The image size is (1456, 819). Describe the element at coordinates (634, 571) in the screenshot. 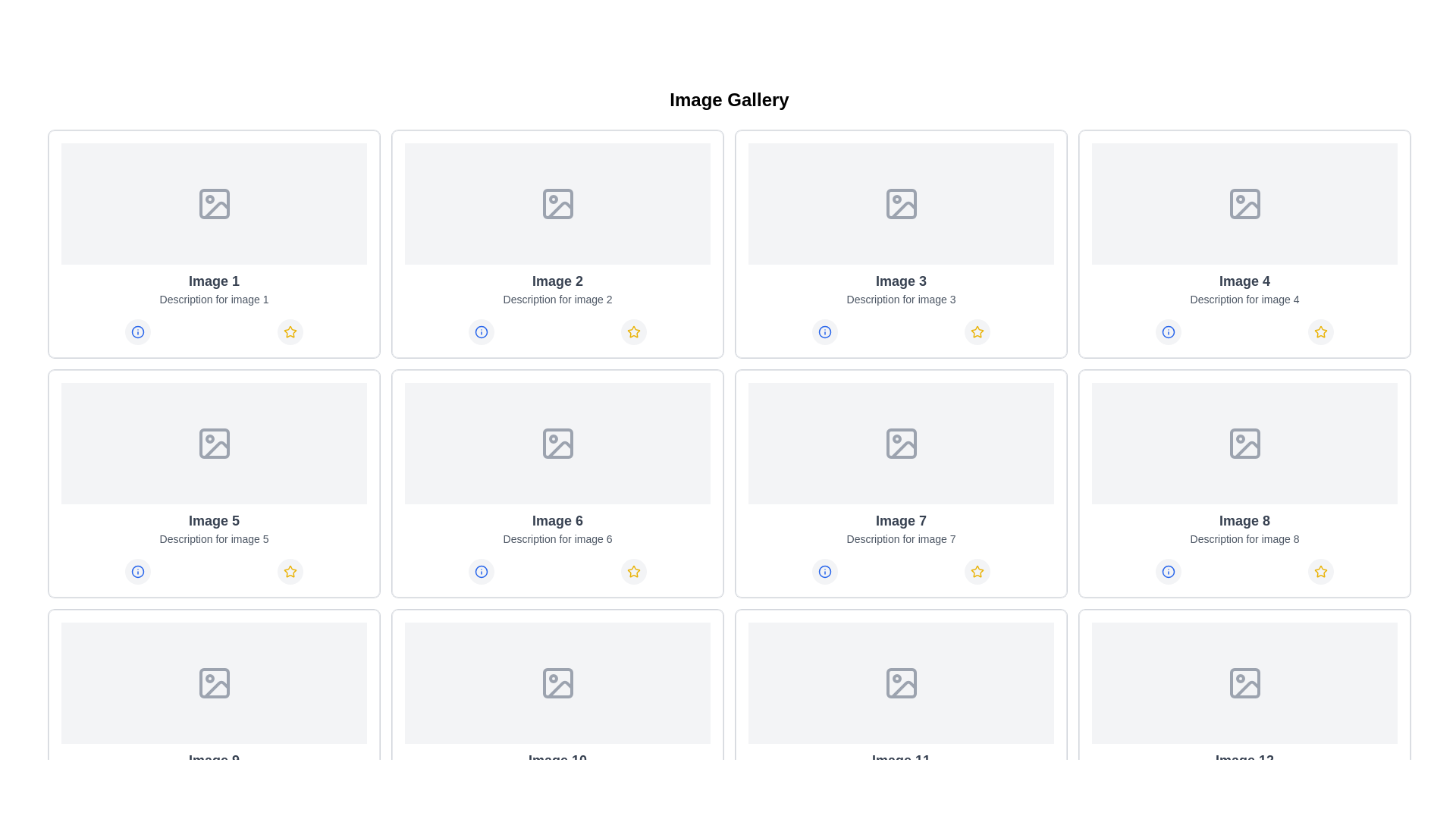

I see `the prominent yellow SVG star icon to favorite the associated image beneath the 'Image 6' card in the gallery` at that location.